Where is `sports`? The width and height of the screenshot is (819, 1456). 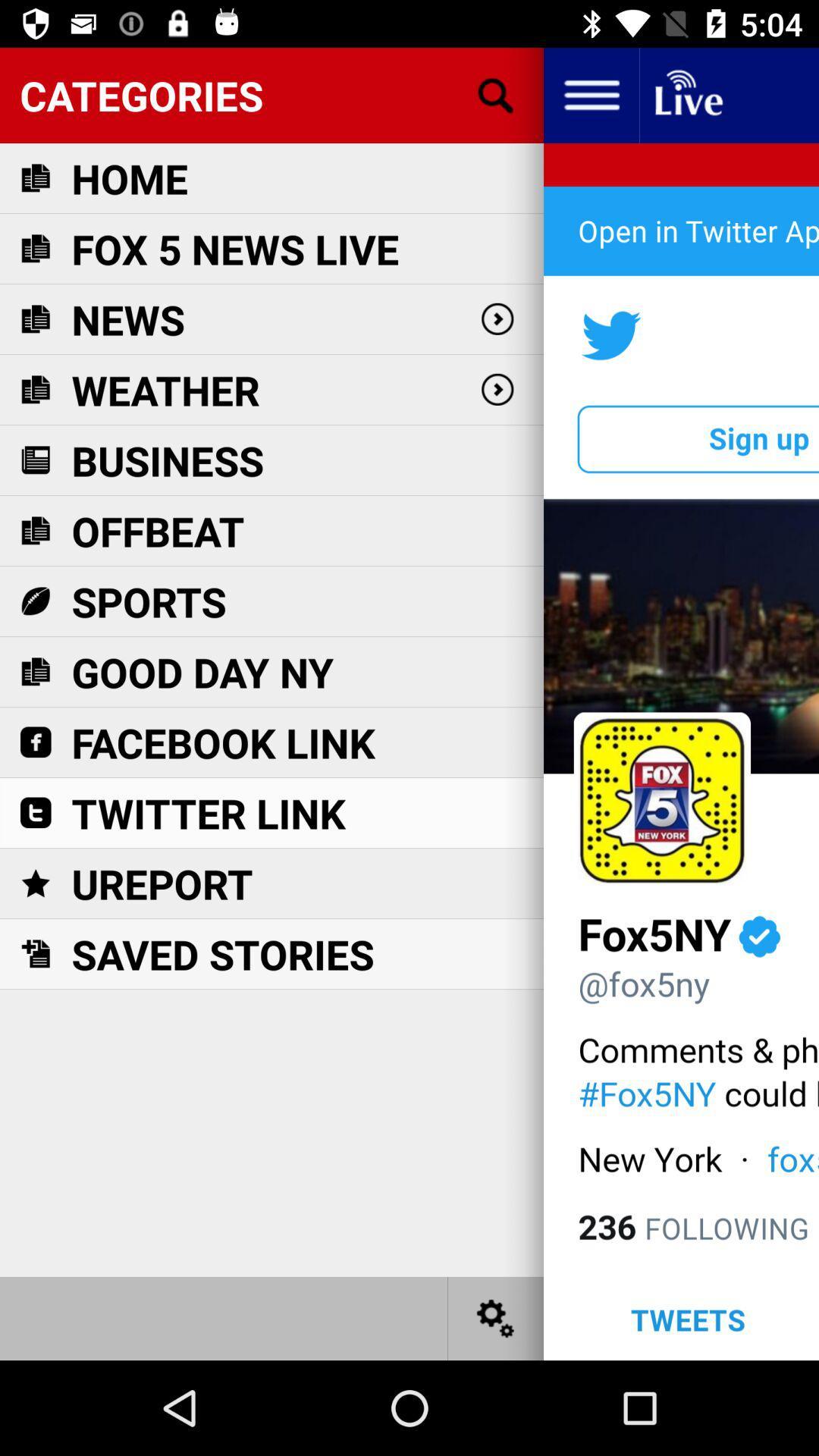
sports is located at coordinates (149, 601).